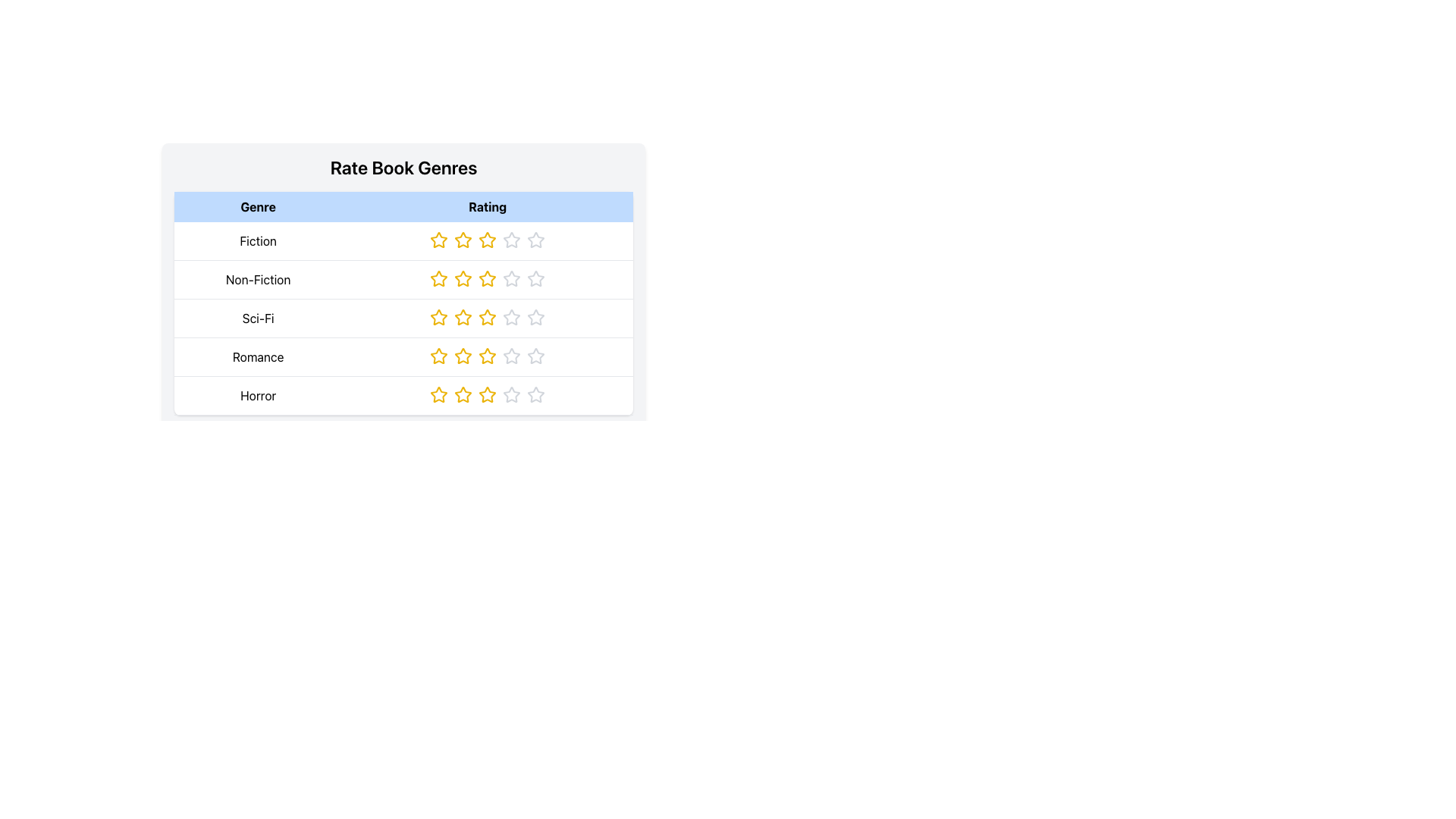 This screenshot has width=1456, height=819. I want to click on the second star-shaped rating icon in the rating row associated with the 'Non-Fiction' genre, so click(438, 278).